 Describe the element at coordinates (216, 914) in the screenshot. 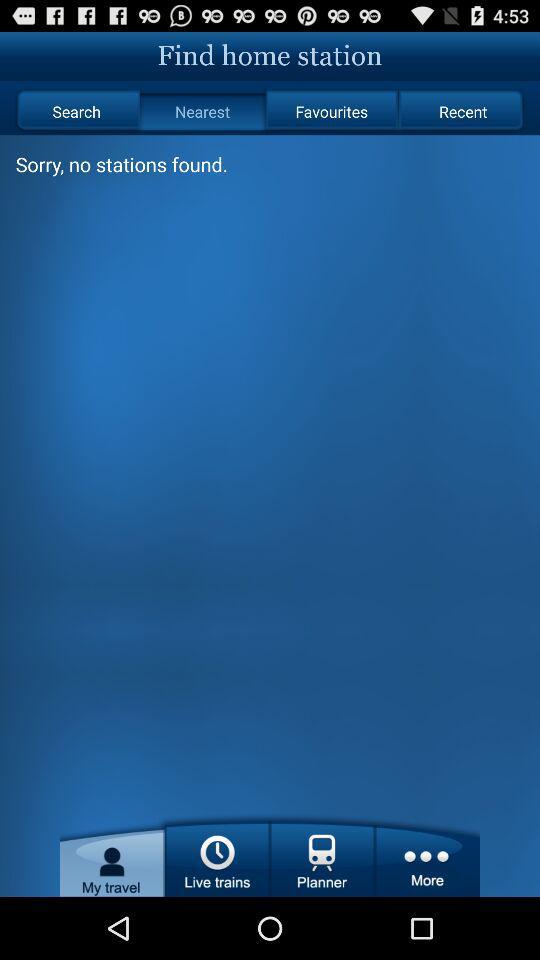

I see `the time icon` at that location.